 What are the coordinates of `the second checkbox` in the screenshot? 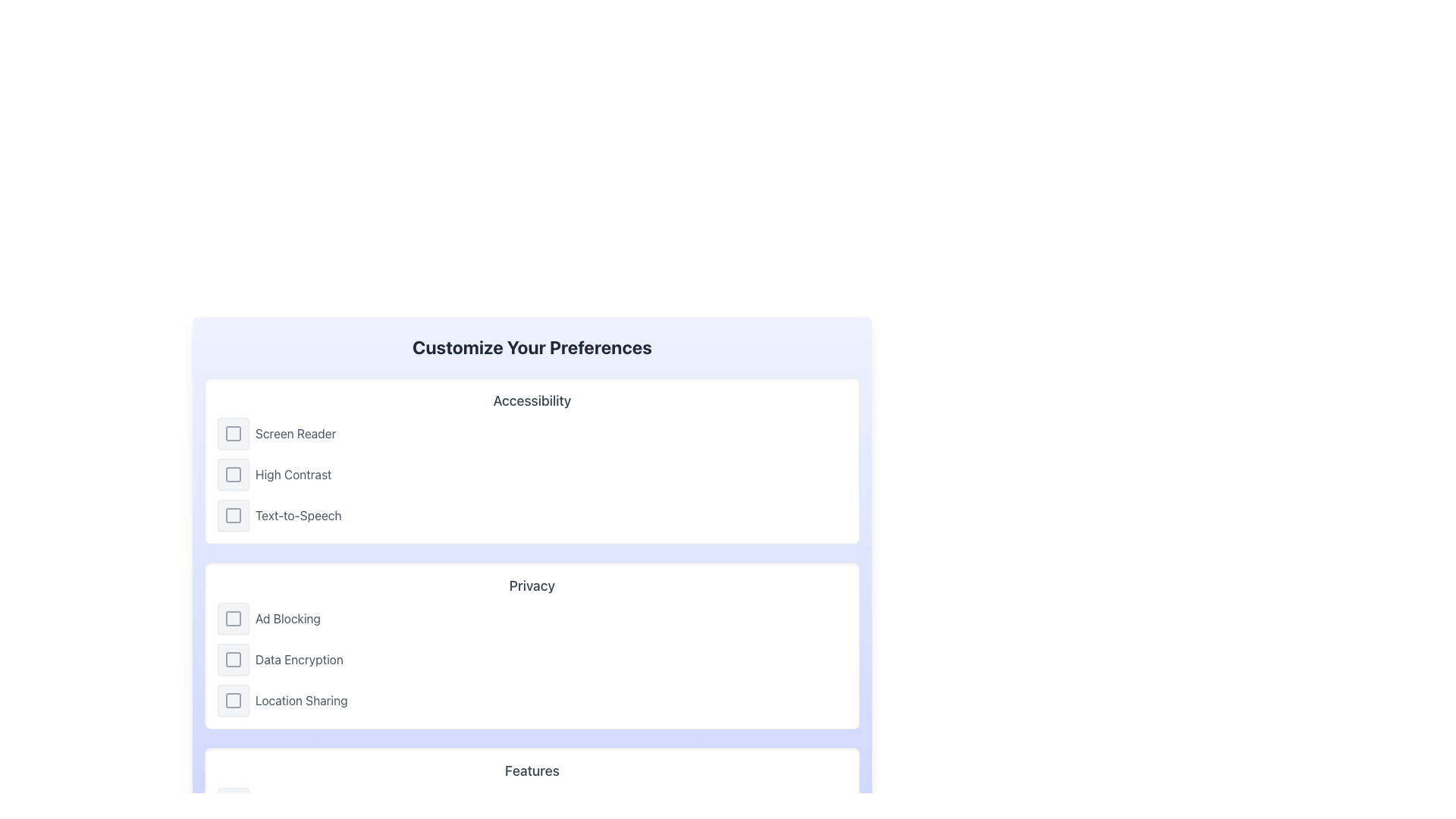 It's located at (232, 473).